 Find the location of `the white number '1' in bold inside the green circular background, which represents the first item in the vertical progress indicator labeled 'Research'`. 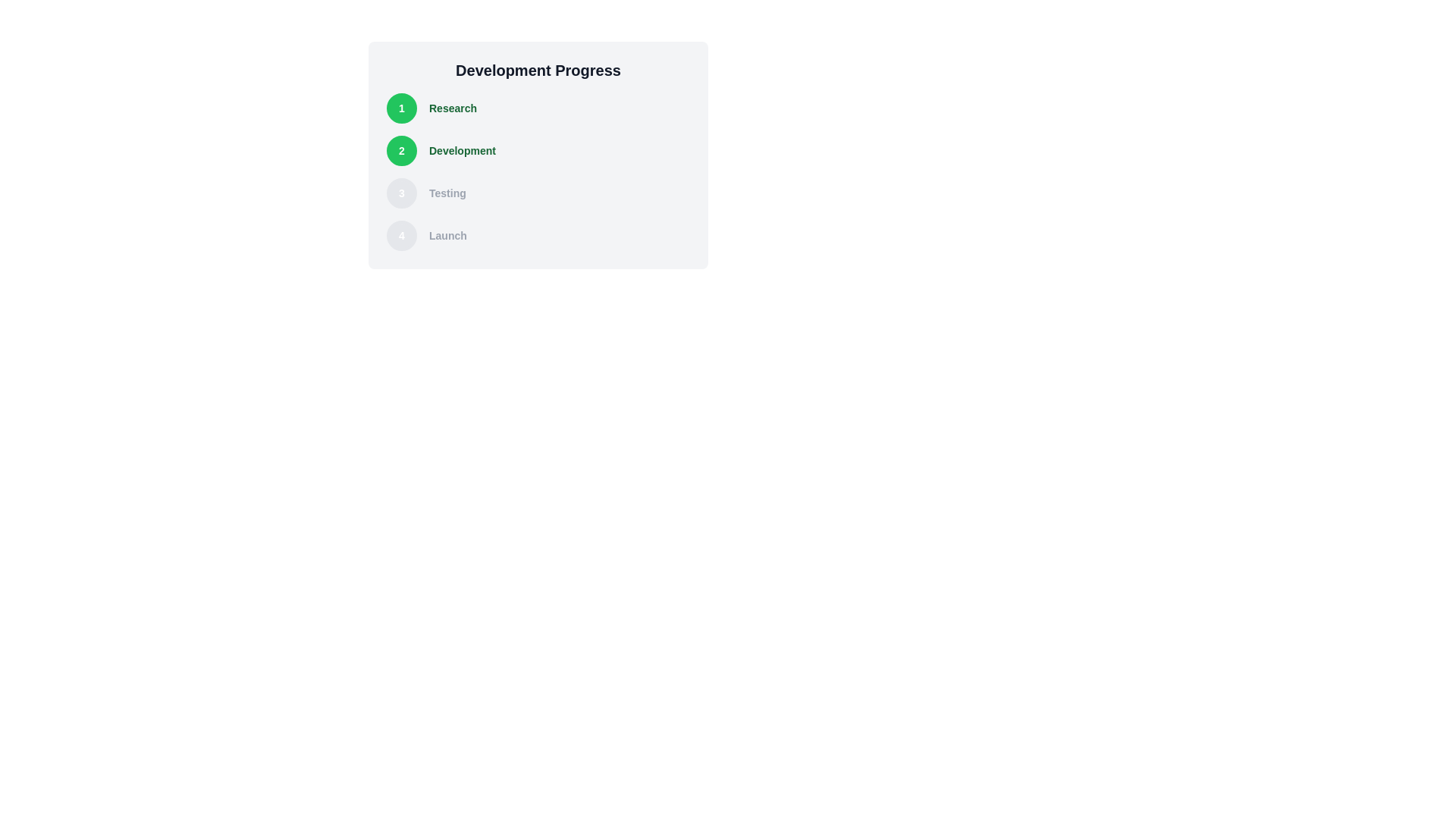

the white number '1' in bold inside the green circular background, which represents the first item in the vertical progress indicator labeled 'Research' is located at coordinates (401, 107).